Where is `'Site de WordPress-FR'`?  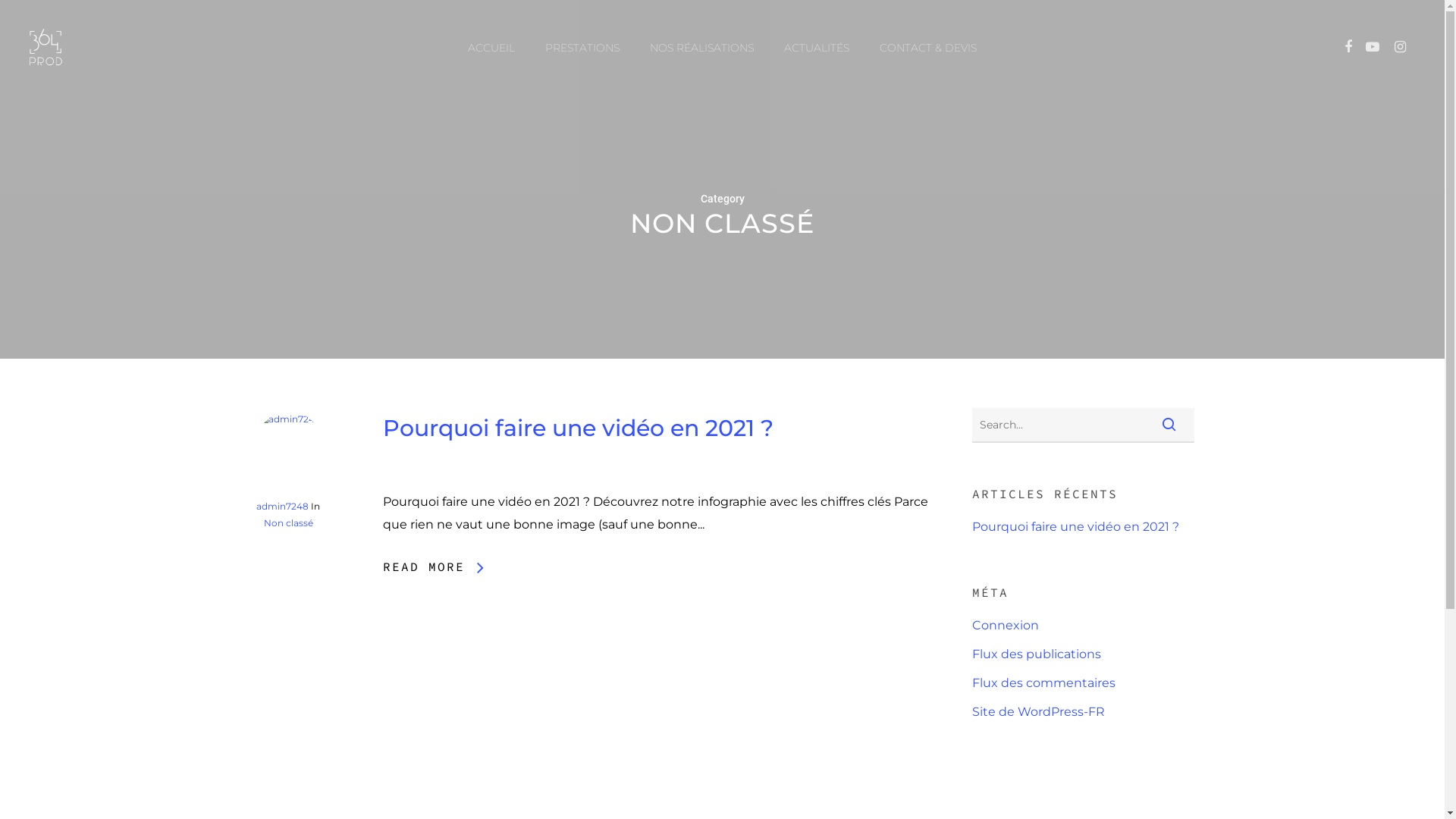 'Site de WordPress-FR' is located at coordinates (1082, 711).